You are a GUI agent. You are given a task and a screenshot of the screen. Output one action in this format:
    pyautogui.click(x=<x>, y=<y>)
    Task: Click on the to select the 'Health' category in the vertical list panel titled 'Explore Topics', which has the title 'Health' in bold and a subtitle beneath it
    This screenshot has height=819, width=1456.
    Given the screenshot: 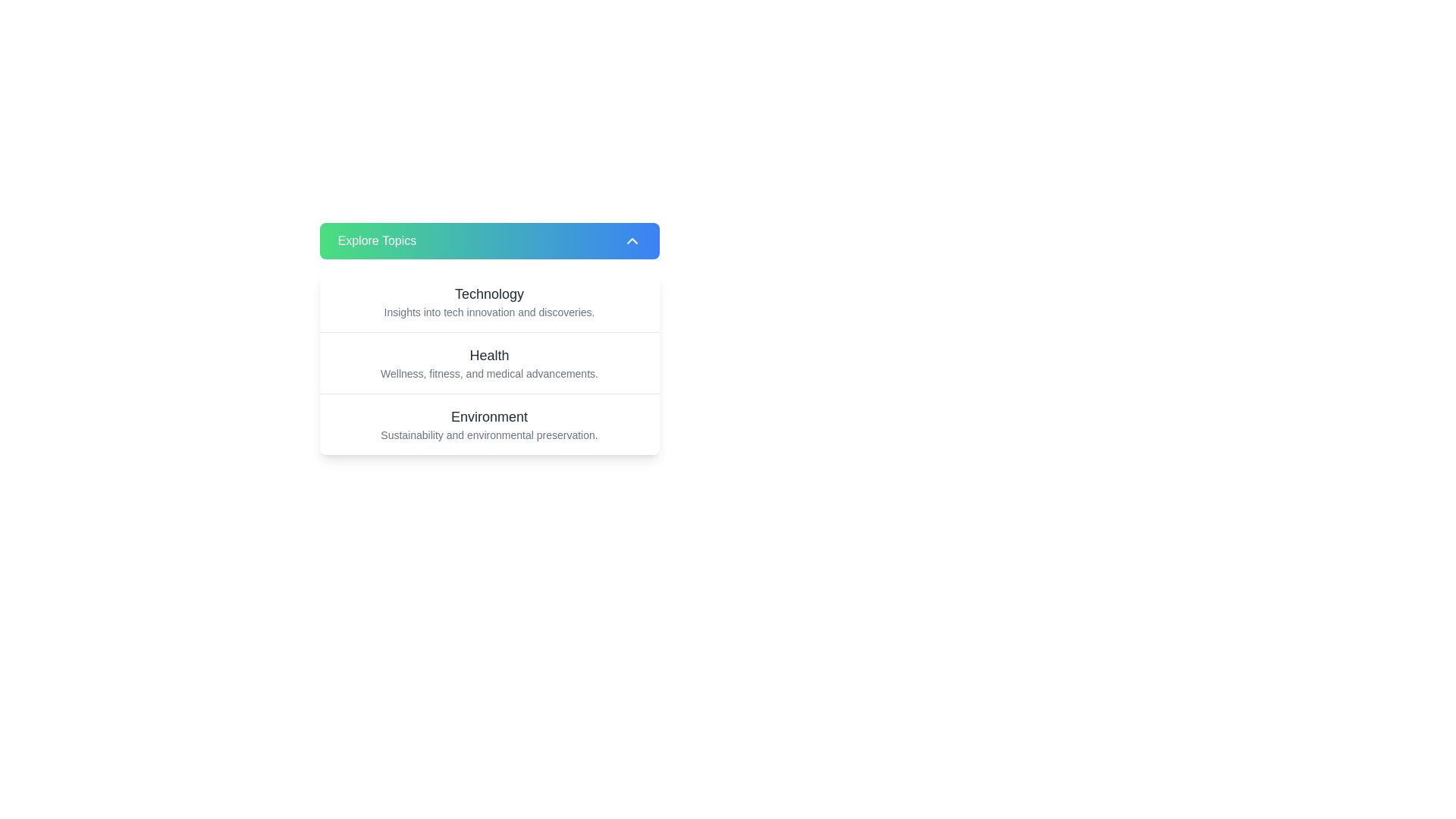 What is the action you would take?
    pyautogui.click(x=489, y=338)
    